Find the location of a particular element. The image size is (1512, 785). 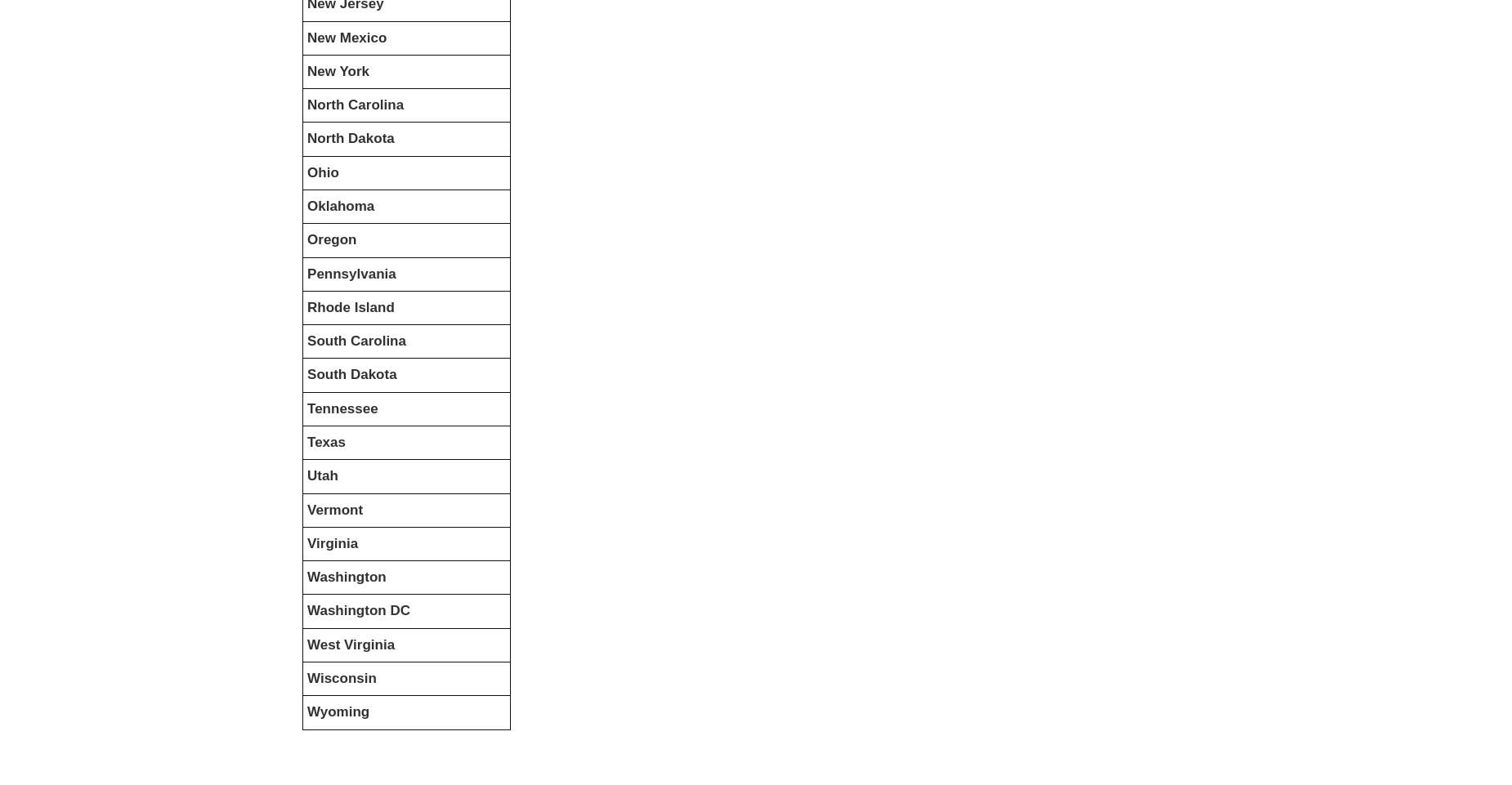

'South Carolina' is located at coordinates (356, 341).